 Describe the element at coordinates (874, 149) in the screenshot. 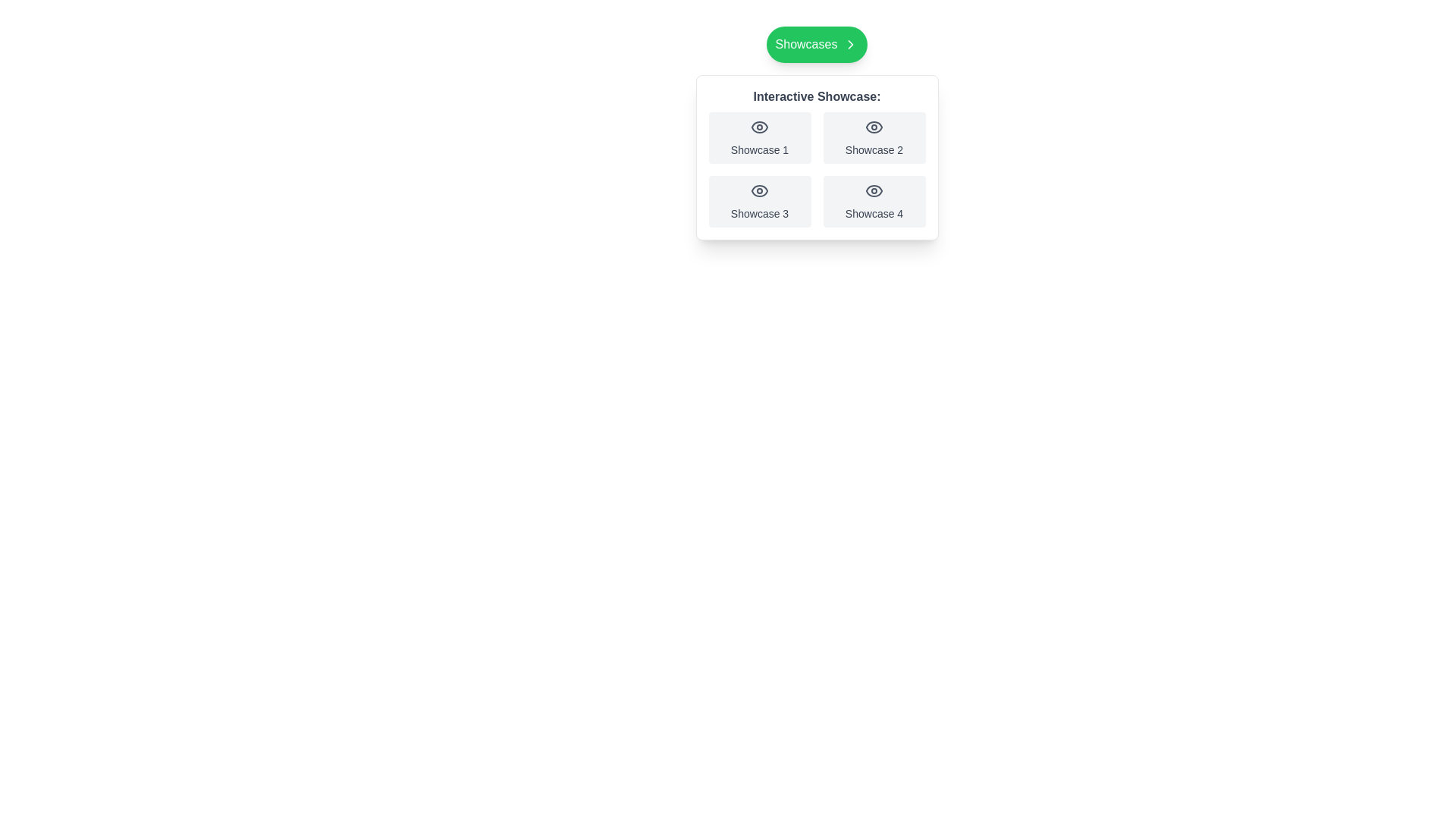

I see `the Text label located in the top-right cell under the header 'Interactive Showcase', which provides recognizable information about the feature represented by the eye-like icon above it` at that location.